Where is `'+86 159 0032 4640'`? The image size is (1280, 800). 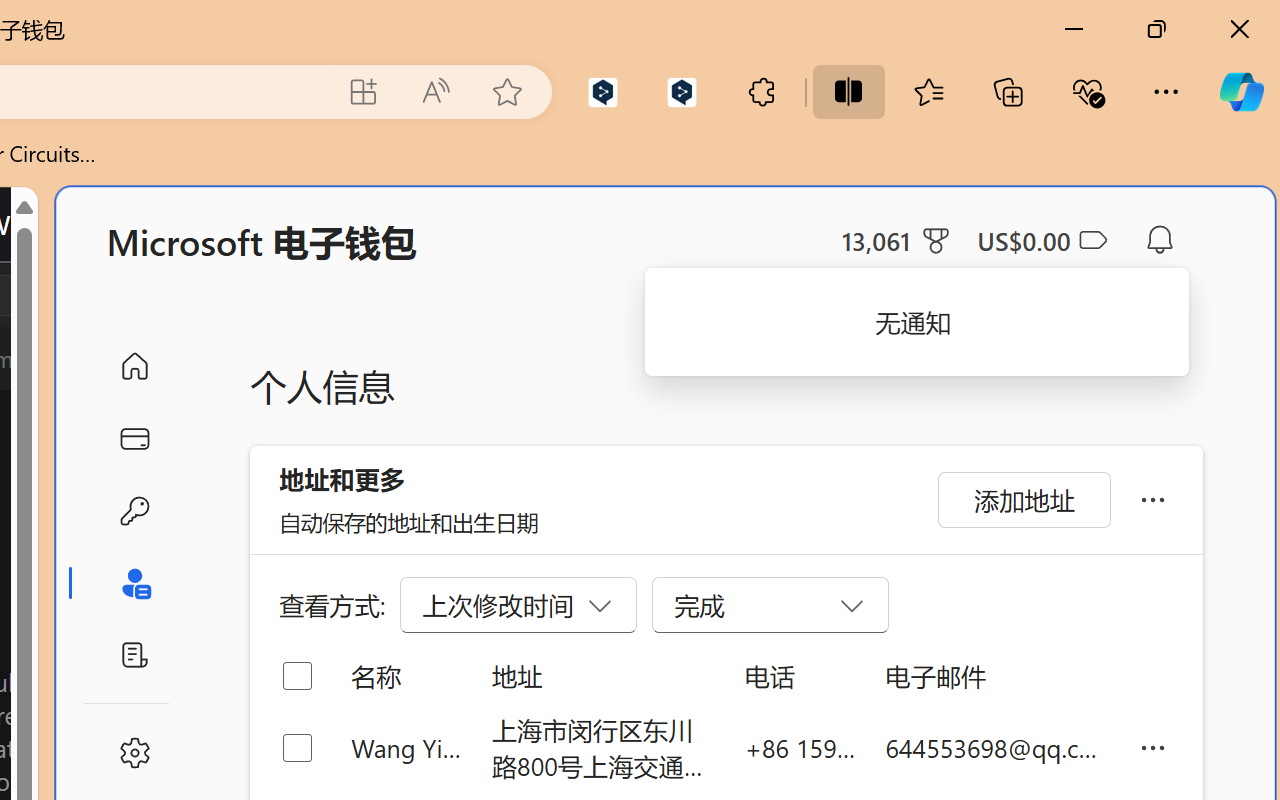
'+86 159 0032 4640' is located at coordinates (800, 747).